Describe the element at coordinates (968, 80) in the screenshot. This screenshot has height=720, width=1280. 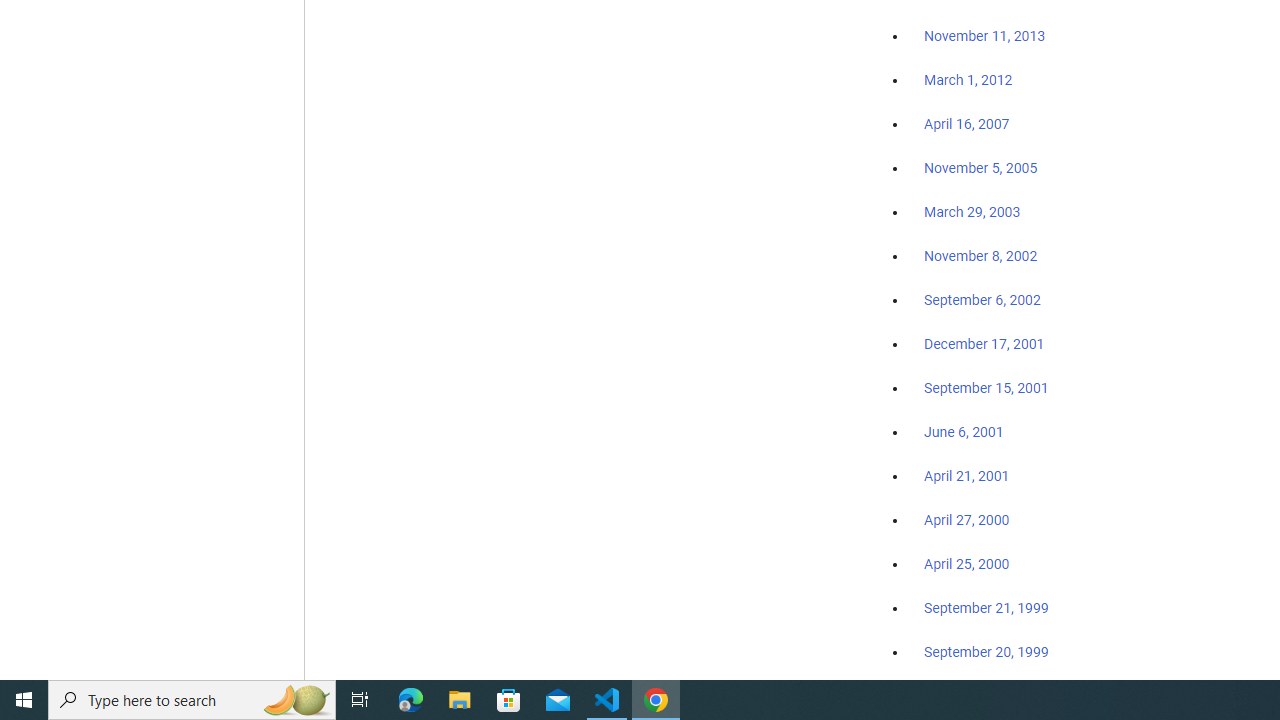
I see `'March 1, 2012'` at that location.